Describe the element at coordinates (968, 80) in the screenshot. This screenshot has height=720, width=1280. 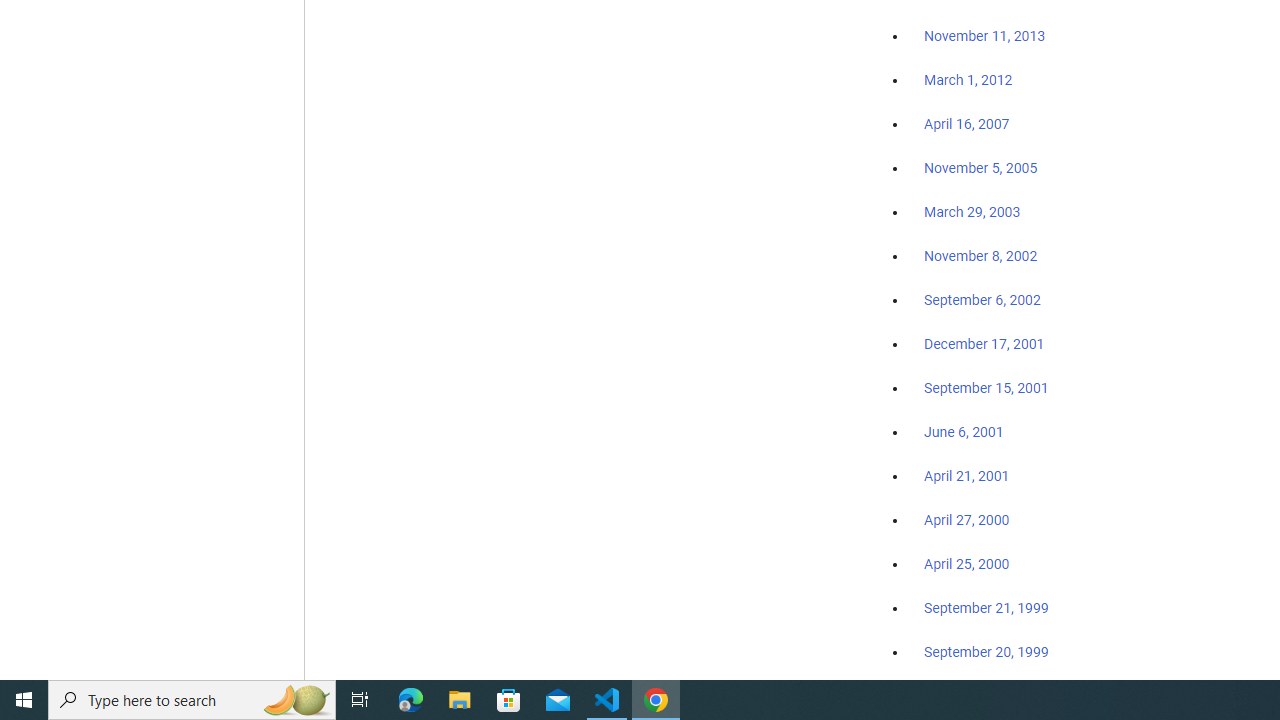
I see `'March 1, 2012'` at that location.